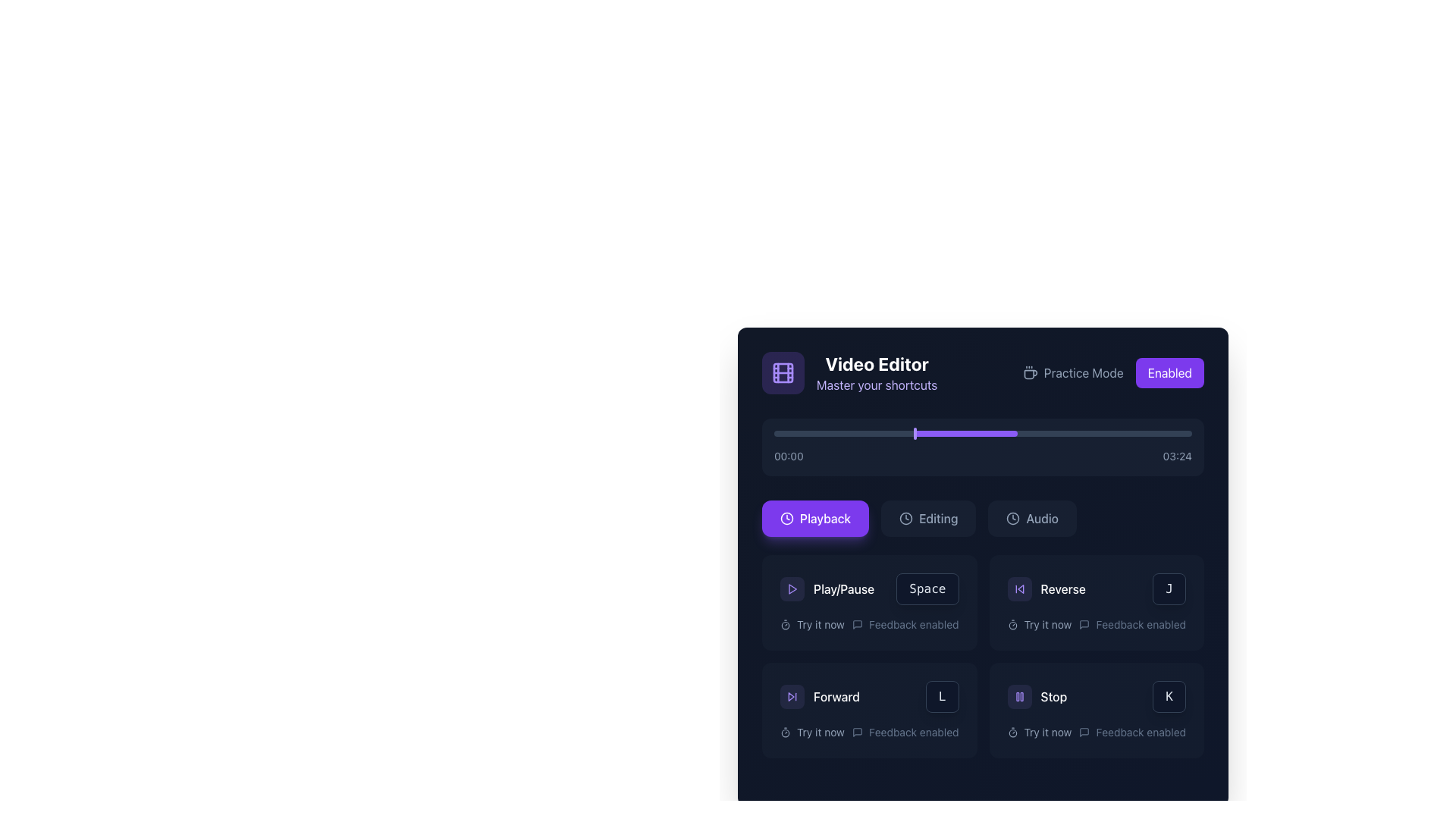  Describe the element at coordinates (792, 588) in the screenshot. I see `the circular violet button with a play icon` at that location.